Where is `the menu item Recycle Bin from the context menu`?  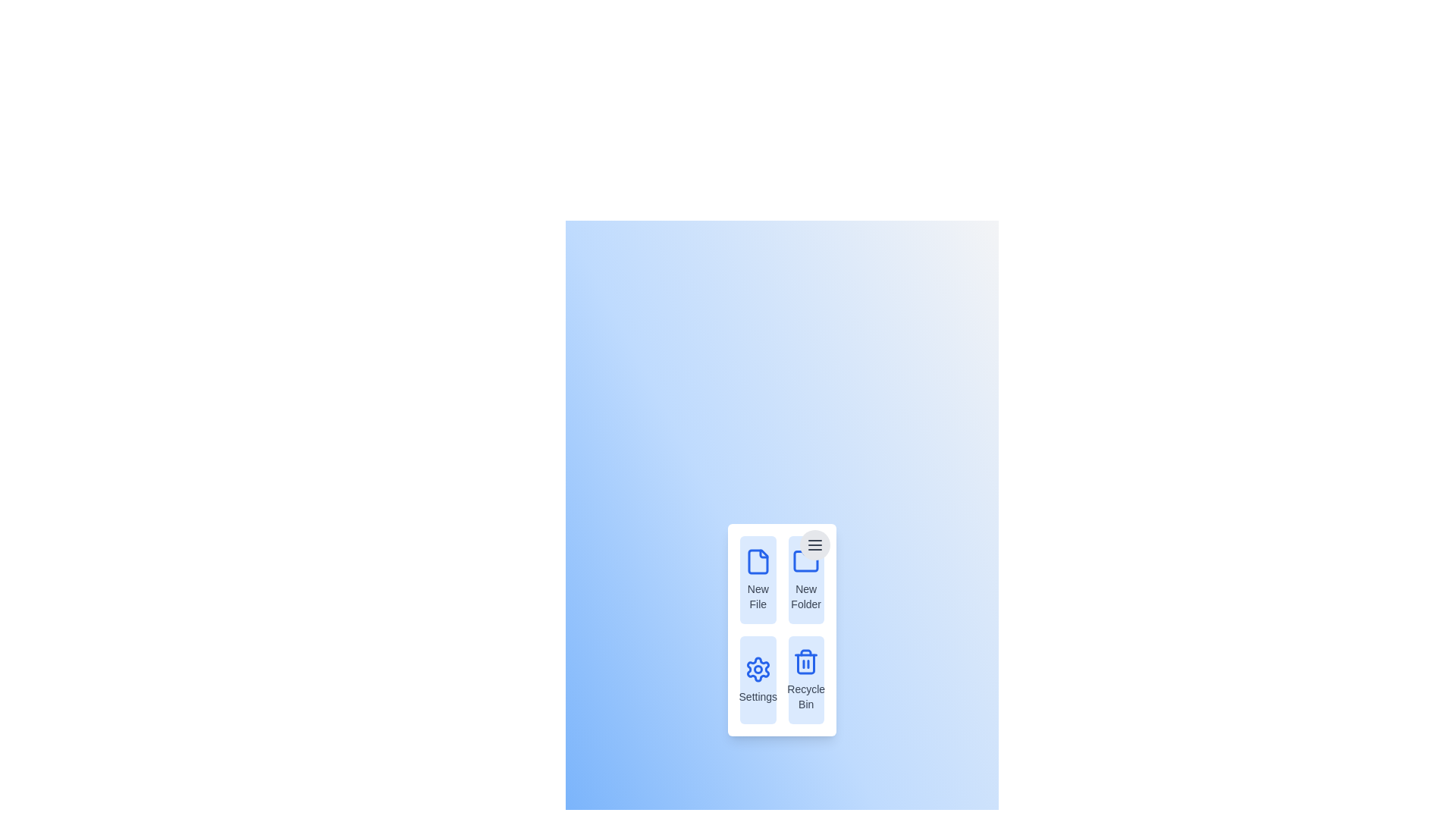 the menu item Recycle Bin from the context menu is located at coordinates (805, 679).